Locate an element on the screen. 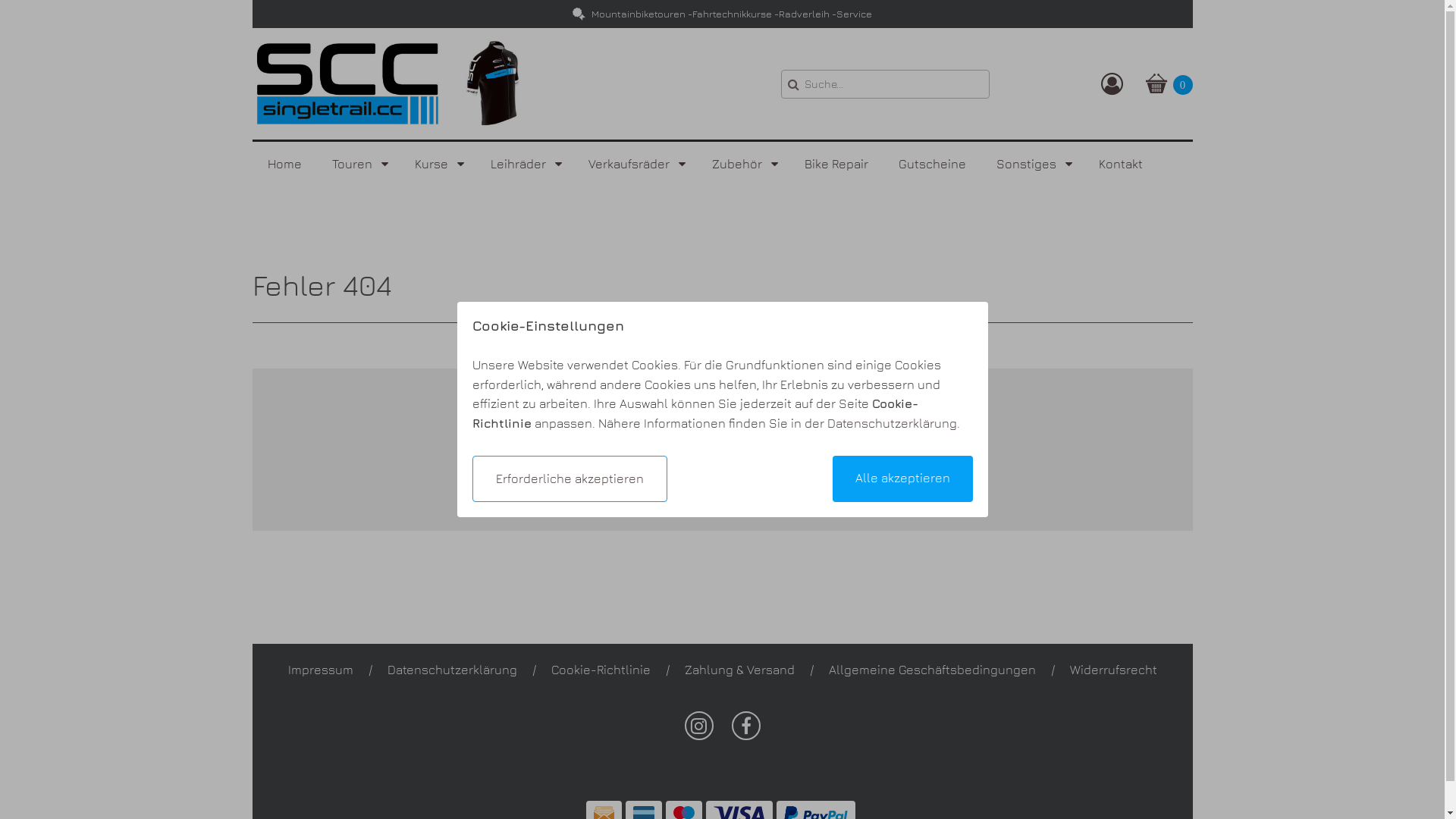 Image resolution: width=1456 pixels, height=819 pixels. 'Warenkorb anzeigen. Sie haben 0 Artikel im Warenkorb. is located at coordinates (1167, 83).